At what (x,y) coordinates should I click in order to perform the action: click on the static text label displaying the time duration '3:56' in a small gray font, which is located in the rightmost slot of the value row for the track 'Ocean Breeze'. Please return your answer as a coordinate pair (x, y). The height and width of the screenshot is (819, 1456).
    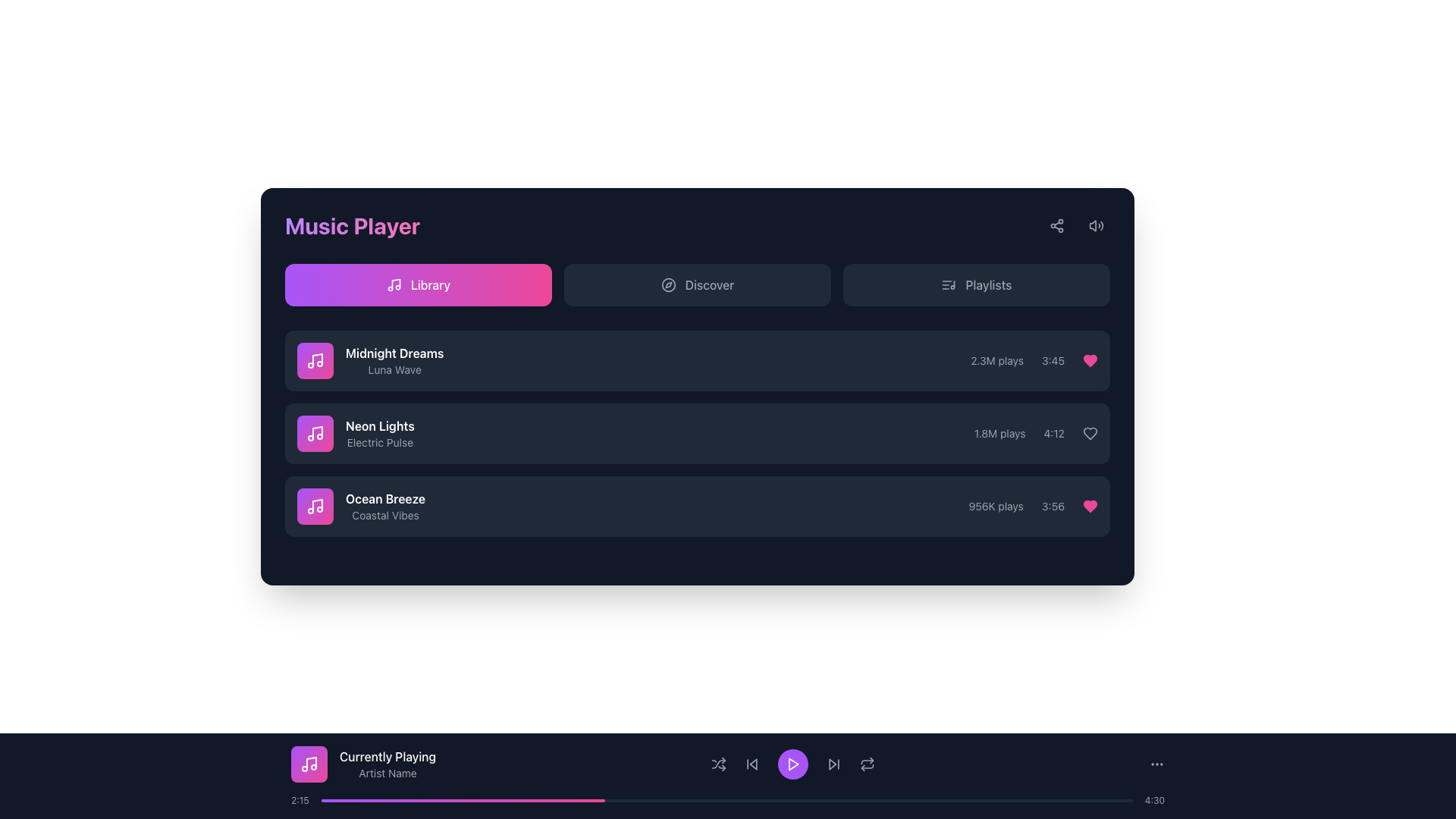
    Looking at the image, I should click on (1052, 506).